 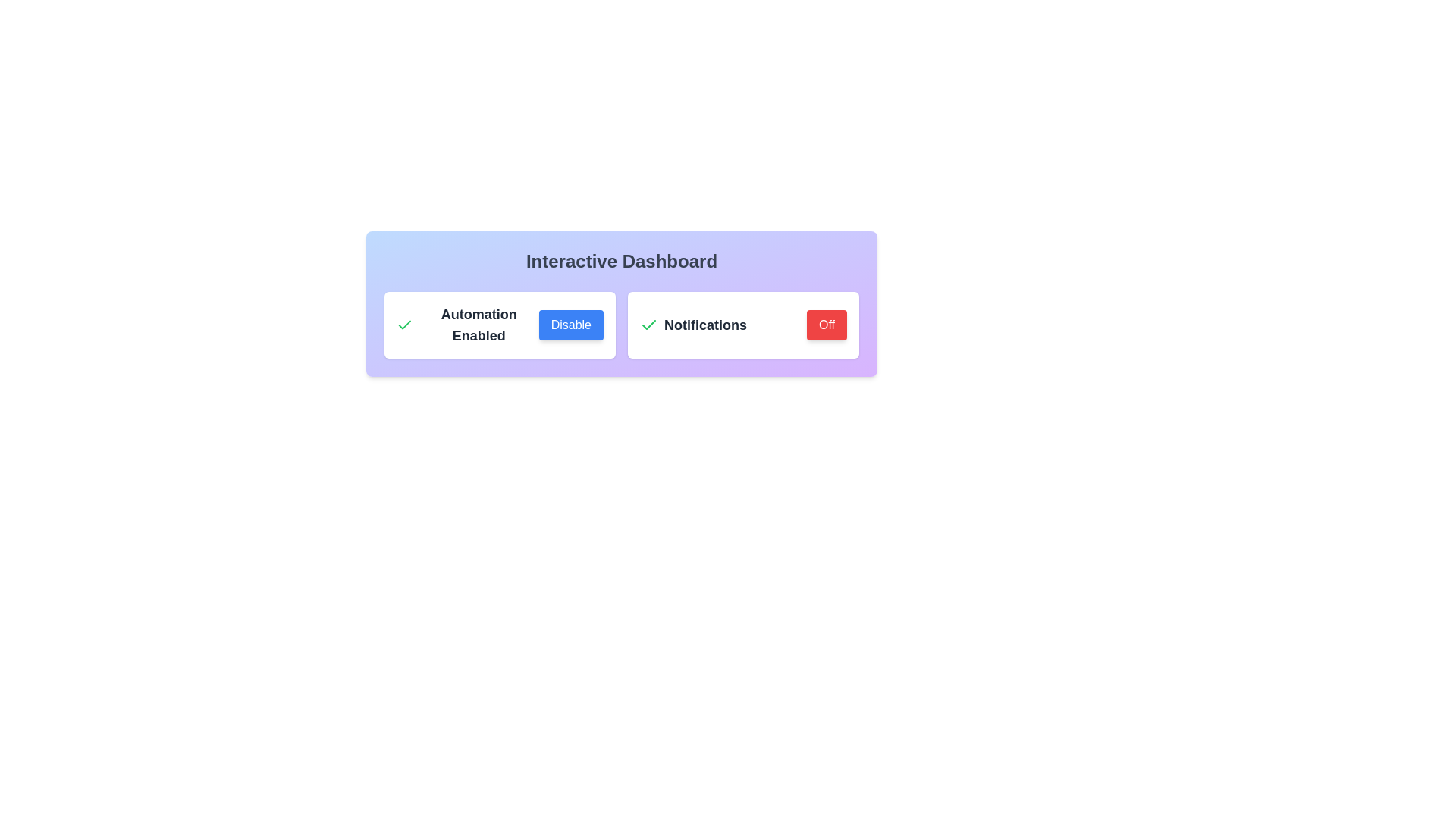 What do you see at coordinates (570, 324) in the screenshot?
I see `'Disable' button to toggle the 'Automation Enabled' state` at bounding box center [570, 324].